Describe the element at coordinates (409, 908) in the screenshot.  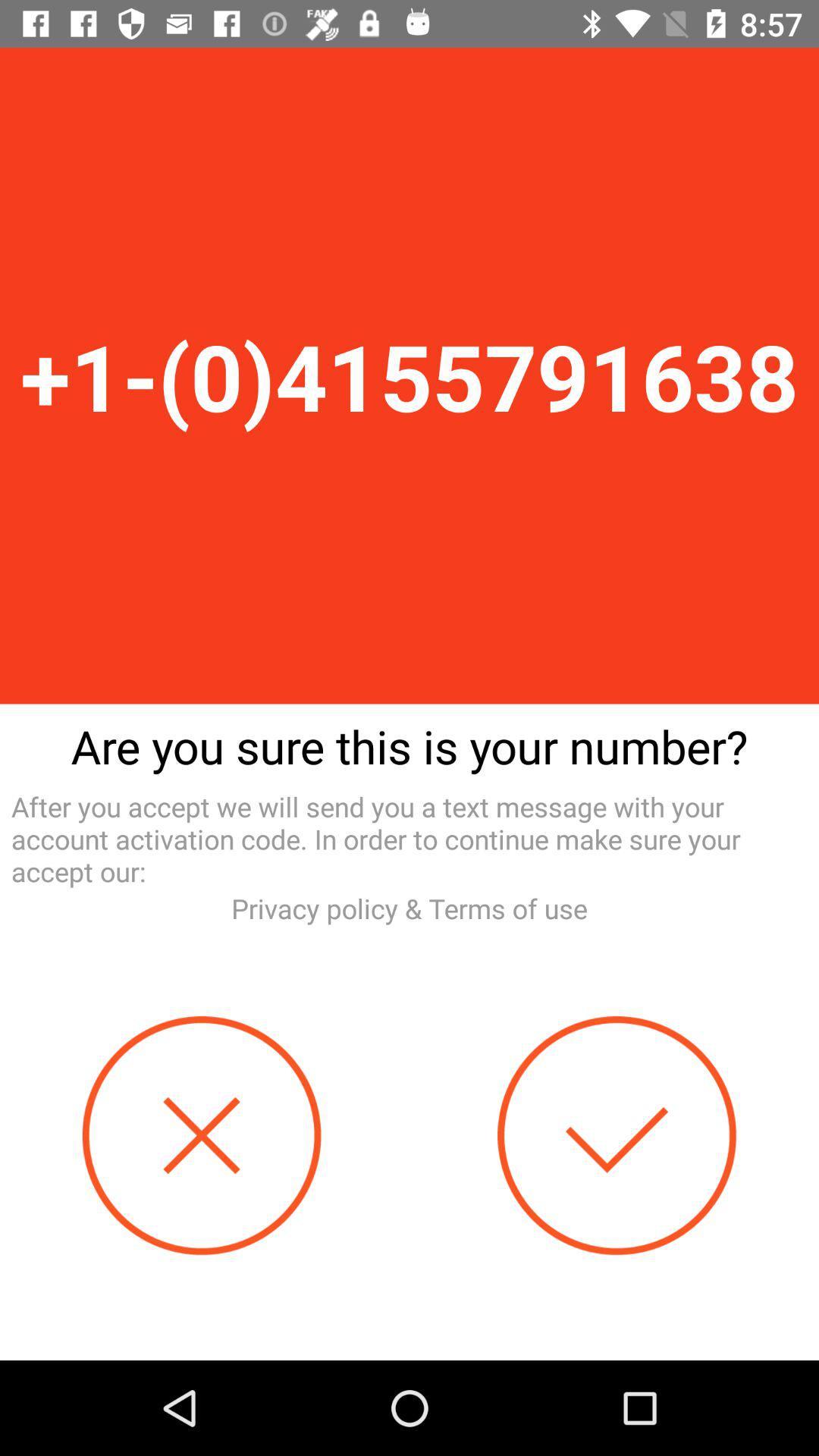
I see `privacy policy terms` at that location.